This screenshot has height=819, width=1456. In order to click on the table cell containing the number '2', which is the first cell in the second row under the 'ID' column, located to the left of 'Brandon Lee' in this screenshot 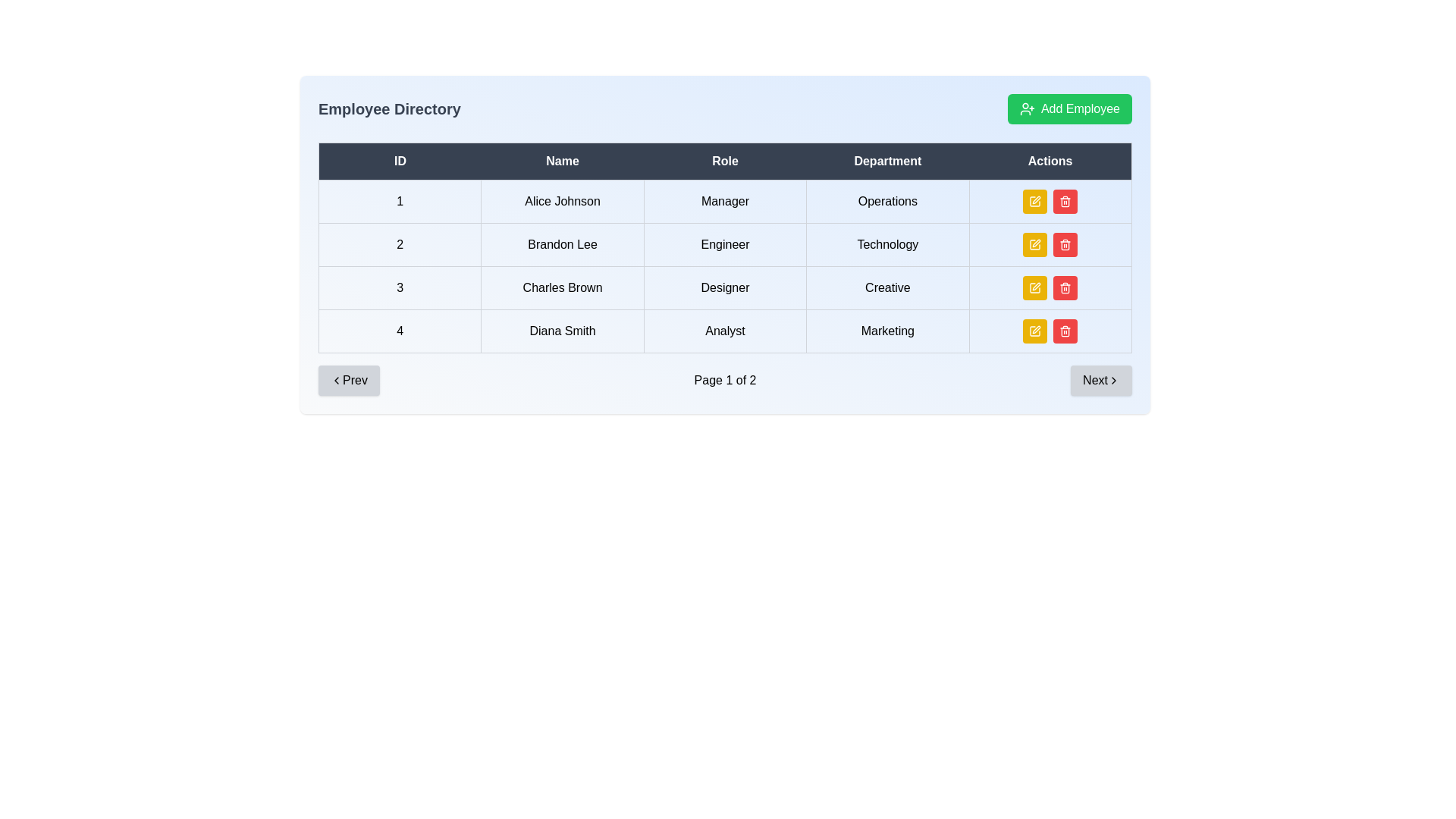, I will do `click(400, 244)`.